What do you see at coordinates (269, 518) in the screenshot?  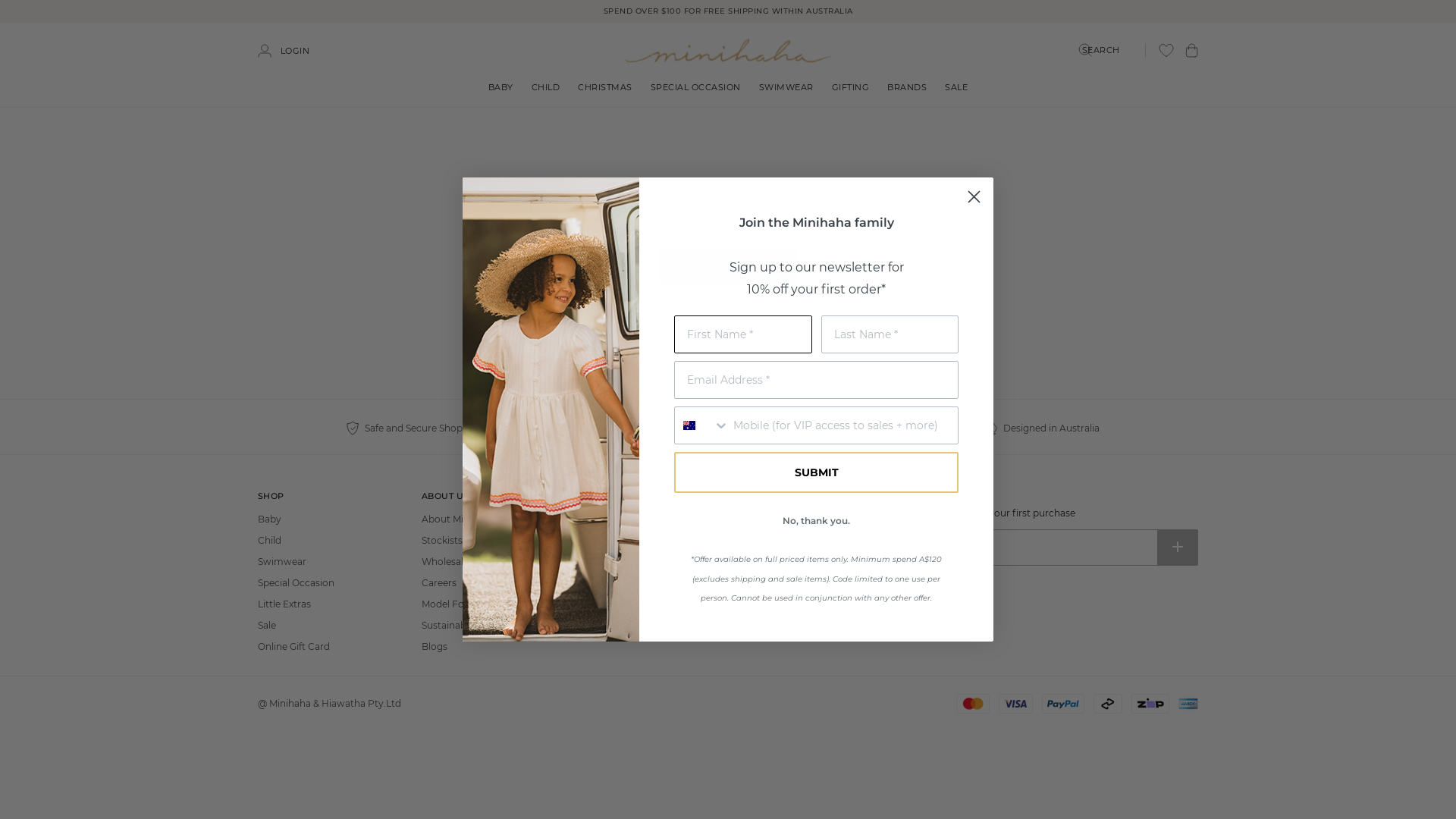 I see `'Baby'` at bounding box center [269, 518].